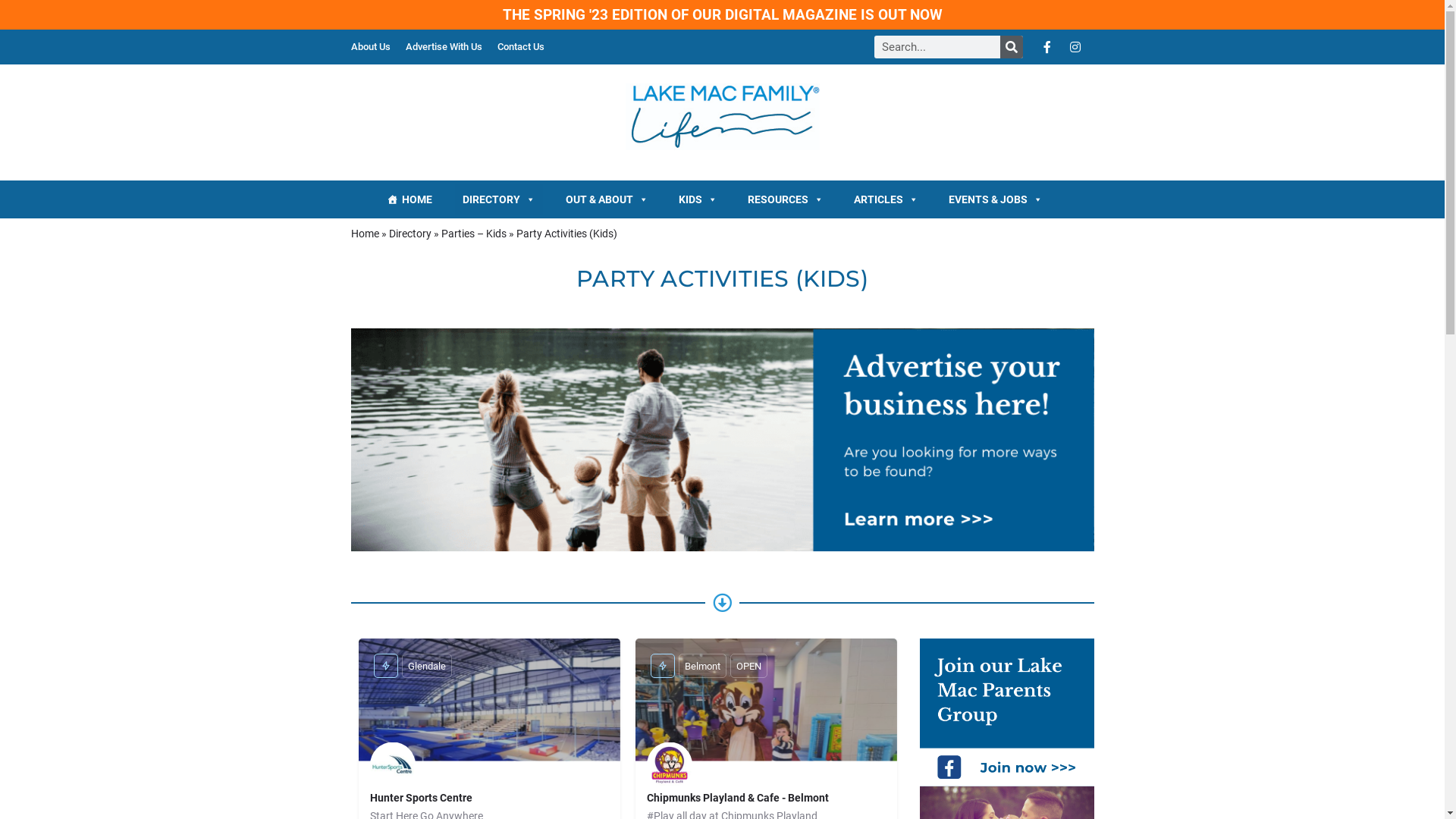 This screenshot has width=1456, height=819. I want to click on 'THE SPRING '23 EDITION OF OUR DIGITAL MAGAZINE IS OUT NOW', so click(720, 14).